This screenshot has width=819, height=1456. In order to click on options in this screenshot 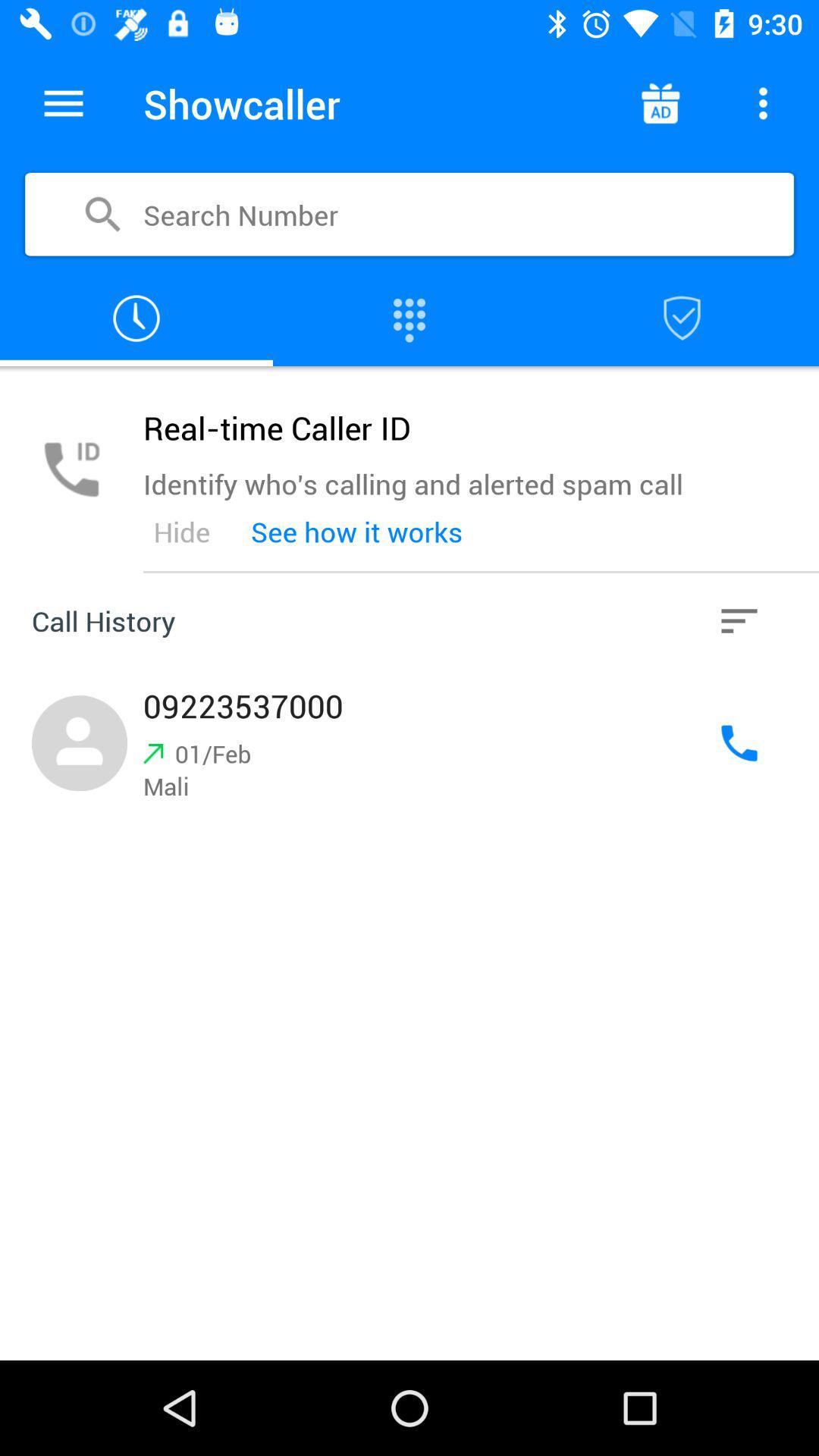, I will do `click(739, 621)`.